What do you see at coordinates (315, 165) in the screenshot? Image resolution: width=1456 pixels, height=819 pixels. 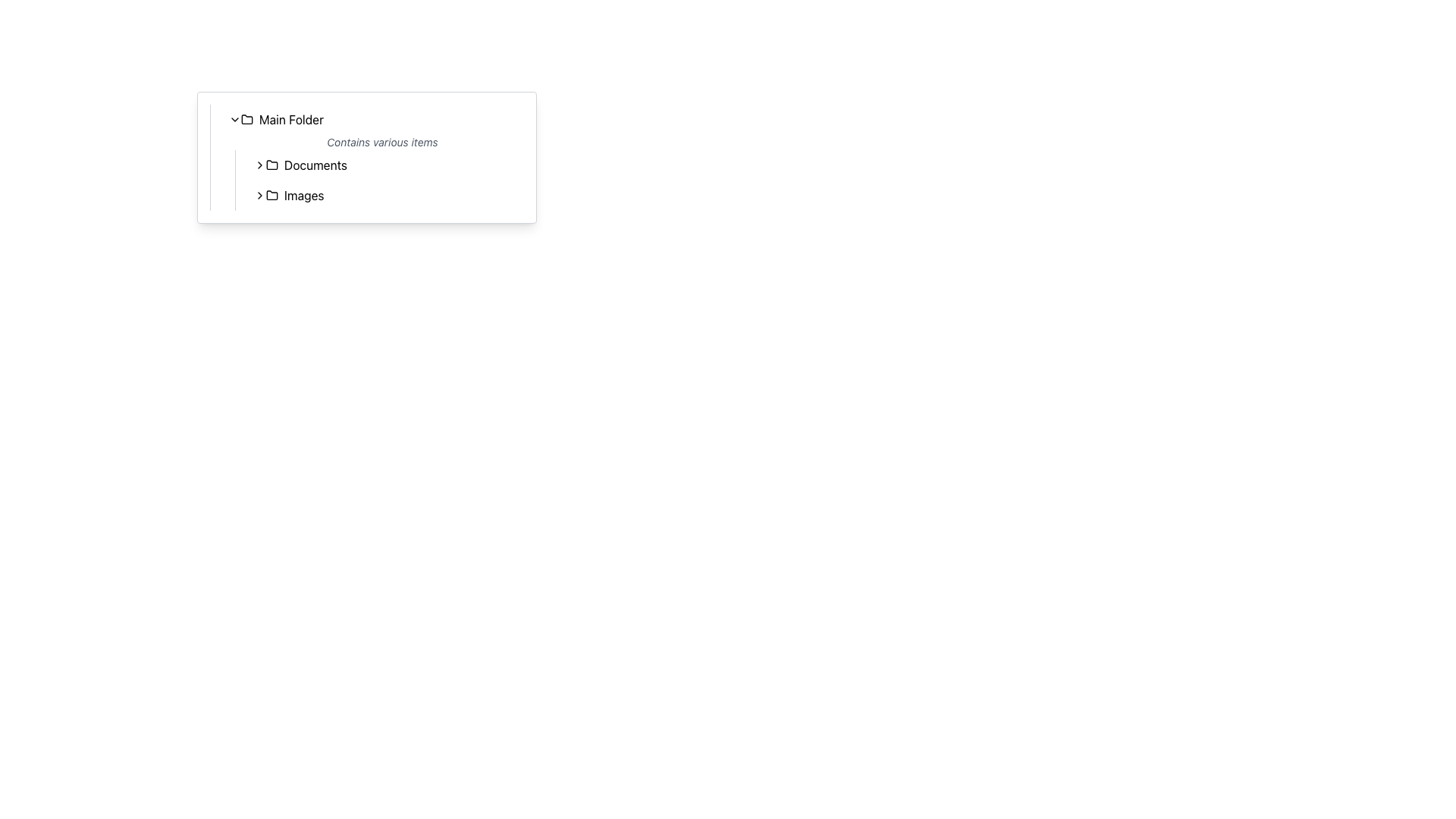 I see `the 'Documents' folder label, which serves as a descriptive label for identifying the folder's contents, positioned to the right of the corresponding folder icon in the list layout` at bounding box center [315, 165].